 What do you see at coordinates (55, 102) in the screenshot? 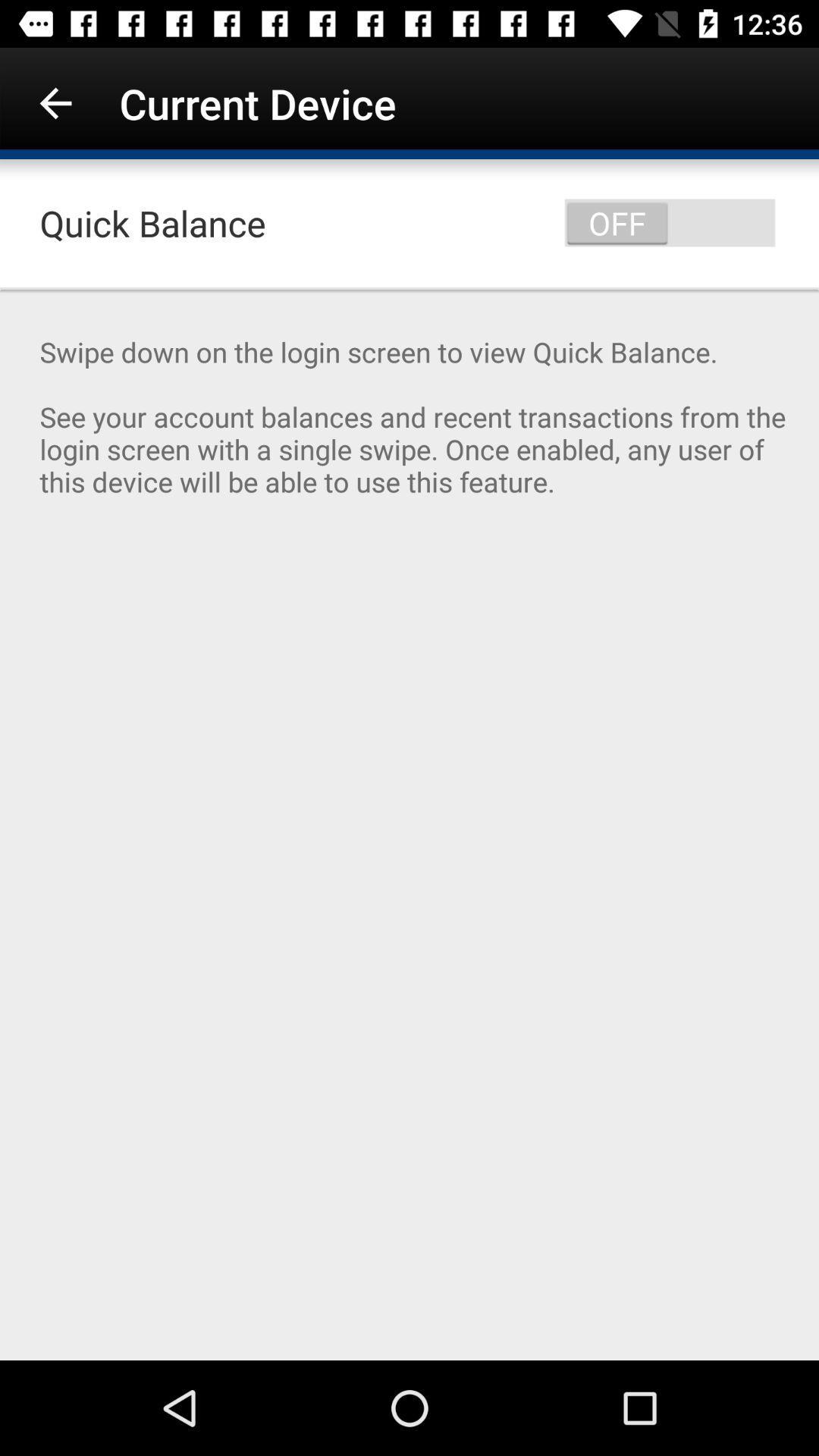
I see `the app next to the current device` at bounding box center [55, 102].